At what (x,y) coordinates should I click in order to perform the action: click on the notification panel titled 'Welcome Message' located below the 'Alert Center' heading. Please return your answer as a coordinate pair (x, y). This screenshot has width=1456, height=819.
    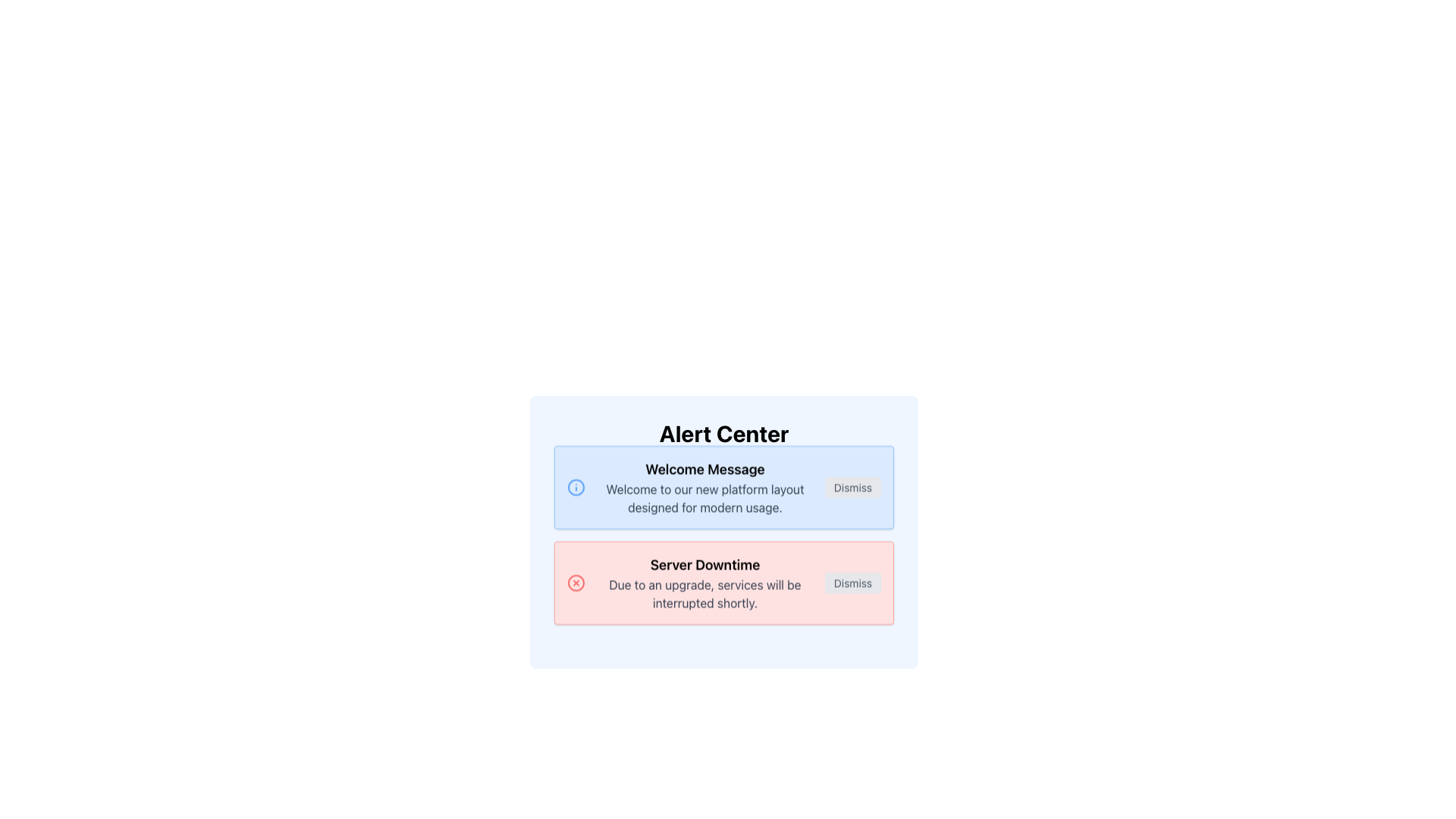
    Looking at the image, I should click on (723, 532).